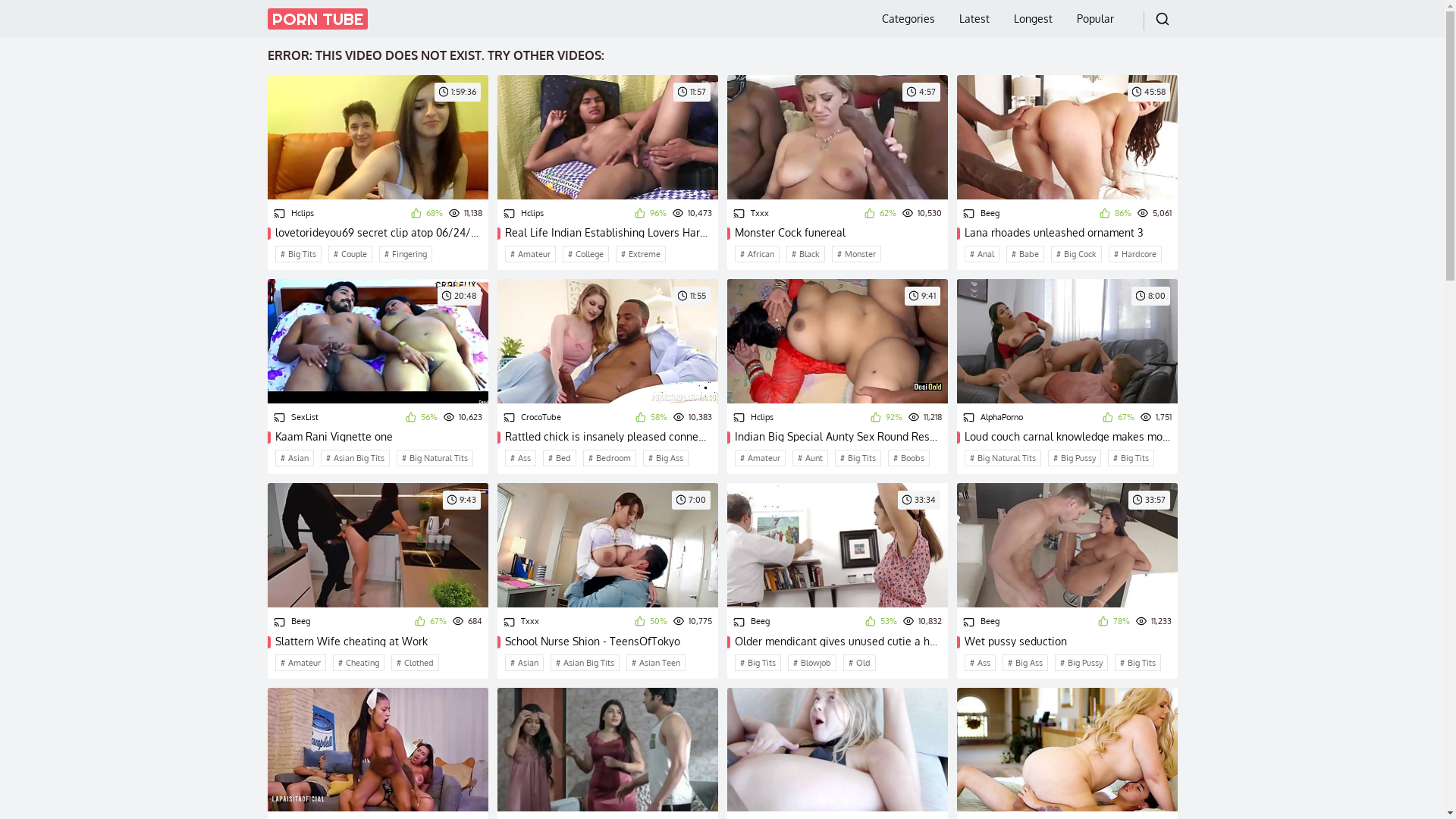  What do you see at coordinates (405, 253) in the screenshot?
I see `'Fingering'` at bounding box center [405, 253].